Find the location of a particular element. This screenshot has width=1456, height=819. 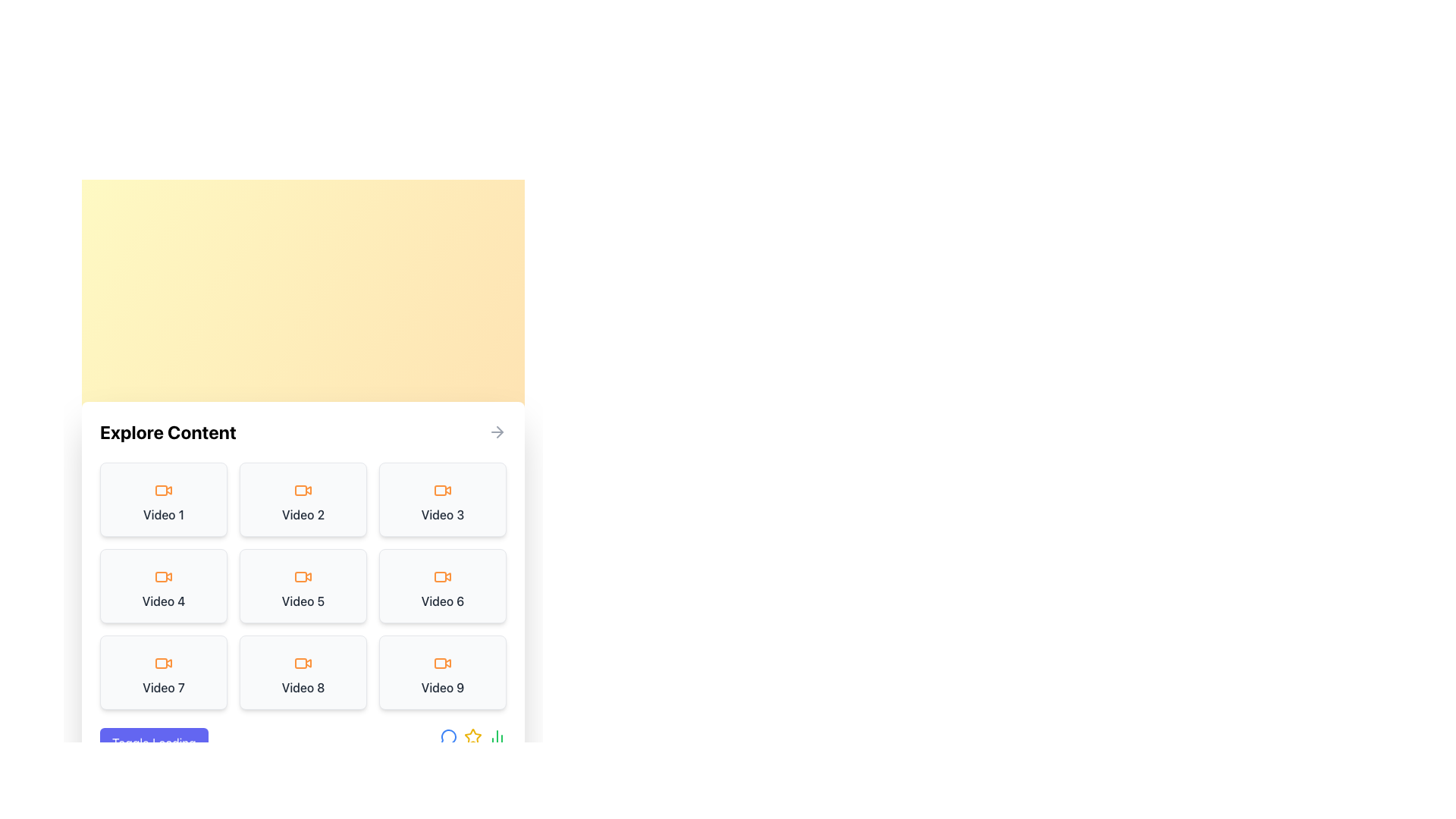

the orange video camera icon located in the 'Video 9' tile at the bottom-right corner of the grid under 'Explore Content' is located at coordinates (447, 662).